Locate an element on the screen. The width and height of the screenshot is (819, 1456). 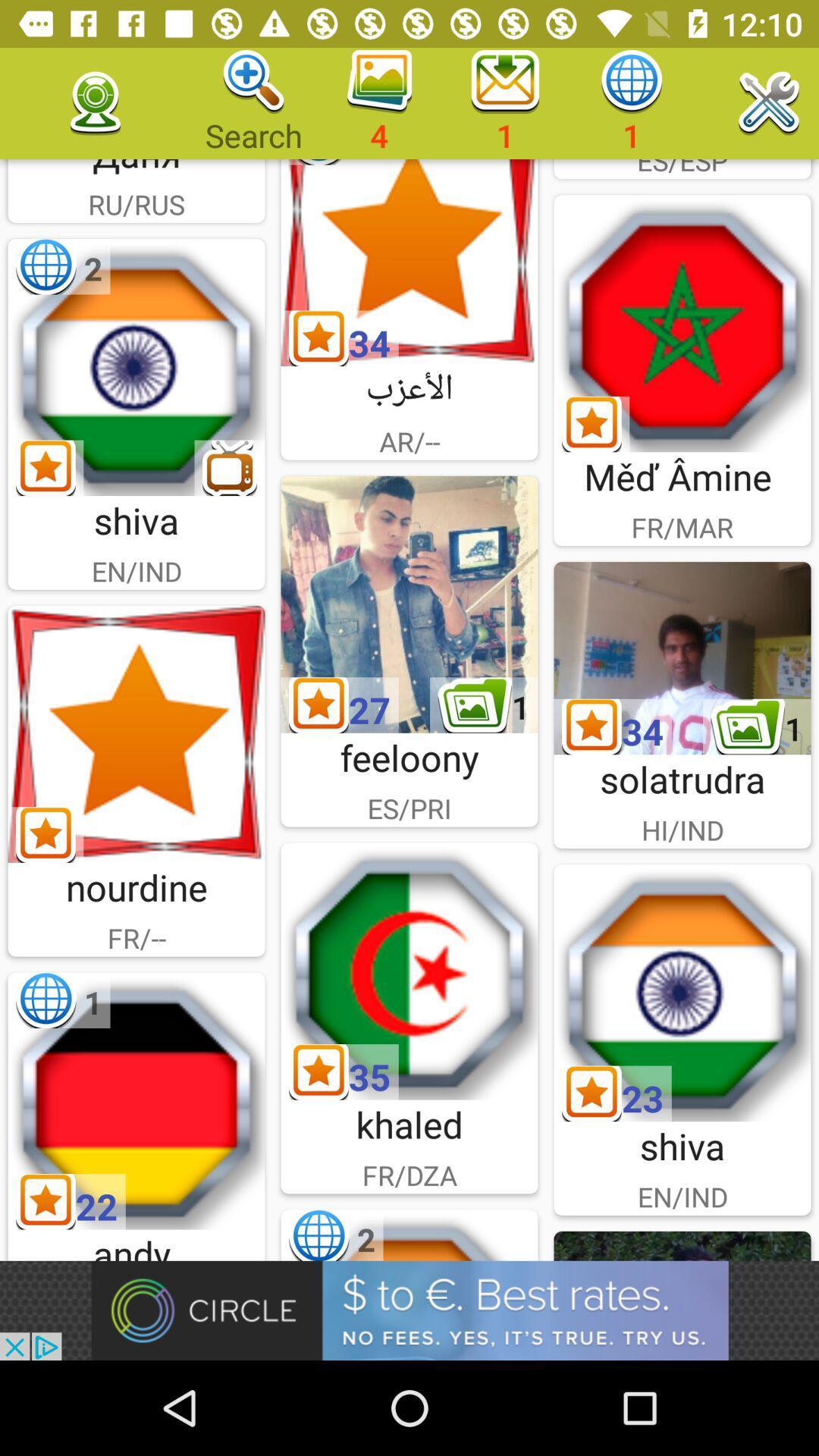
photo for solatrudra 's profile is located at coordinates (681, 658).